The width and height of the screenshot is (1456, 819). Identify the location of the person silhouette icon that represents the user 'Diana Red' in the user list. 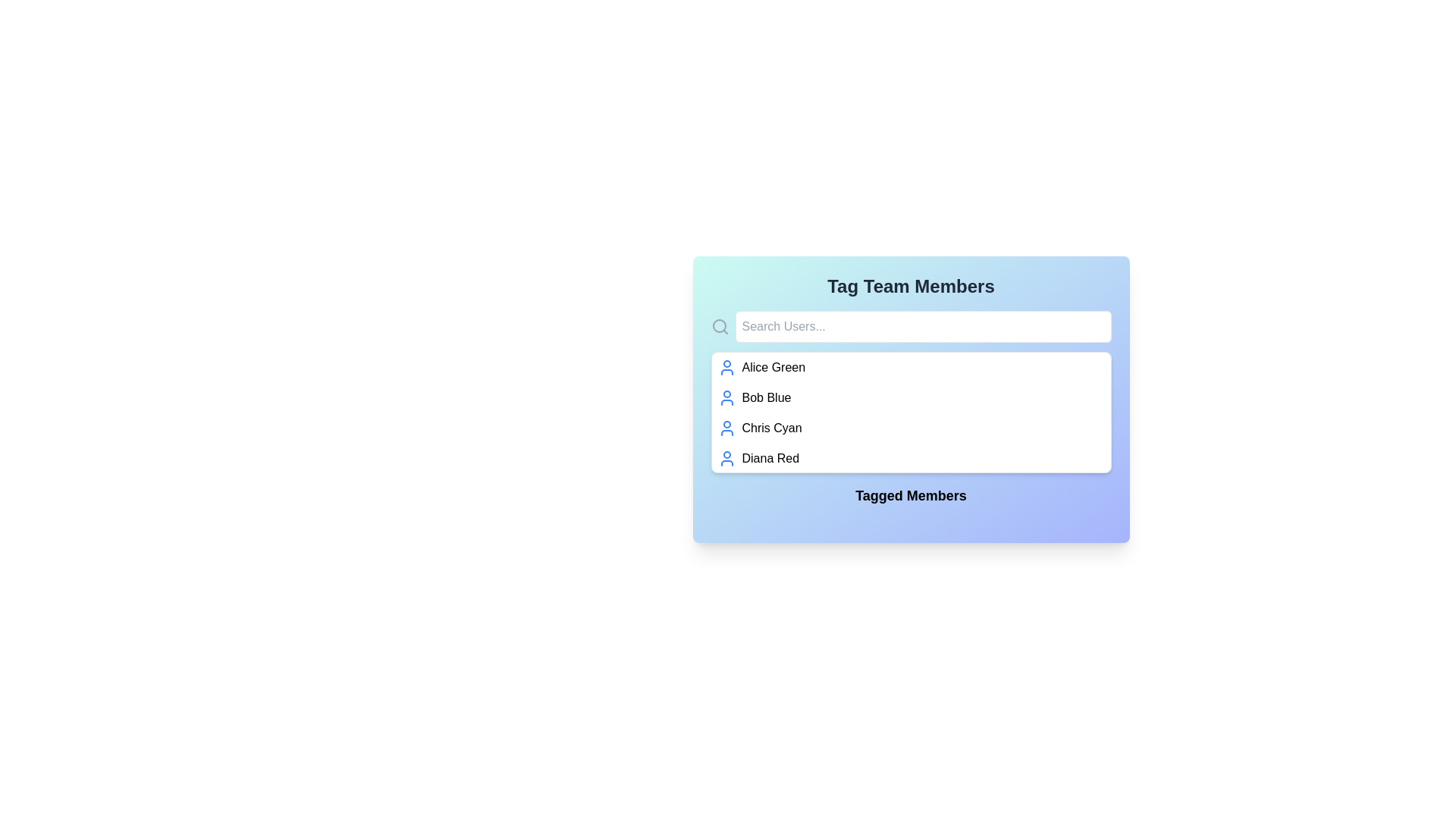
(726, 458).